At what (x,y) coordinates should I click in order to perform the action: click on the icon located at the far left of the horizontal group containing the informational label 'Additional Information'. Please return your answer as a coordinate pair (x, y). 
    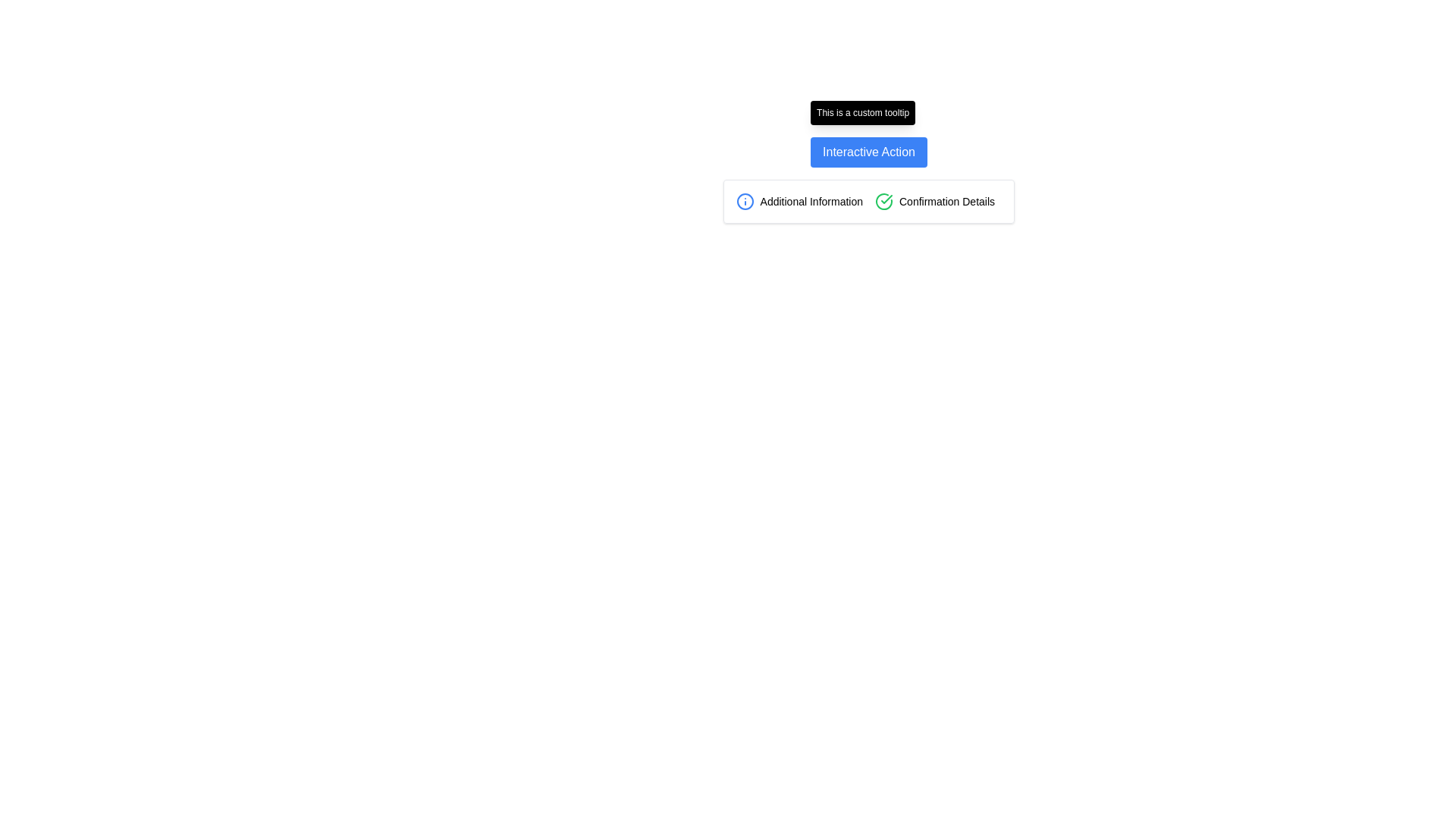
    Looking at the image, I should click on (745, 201).